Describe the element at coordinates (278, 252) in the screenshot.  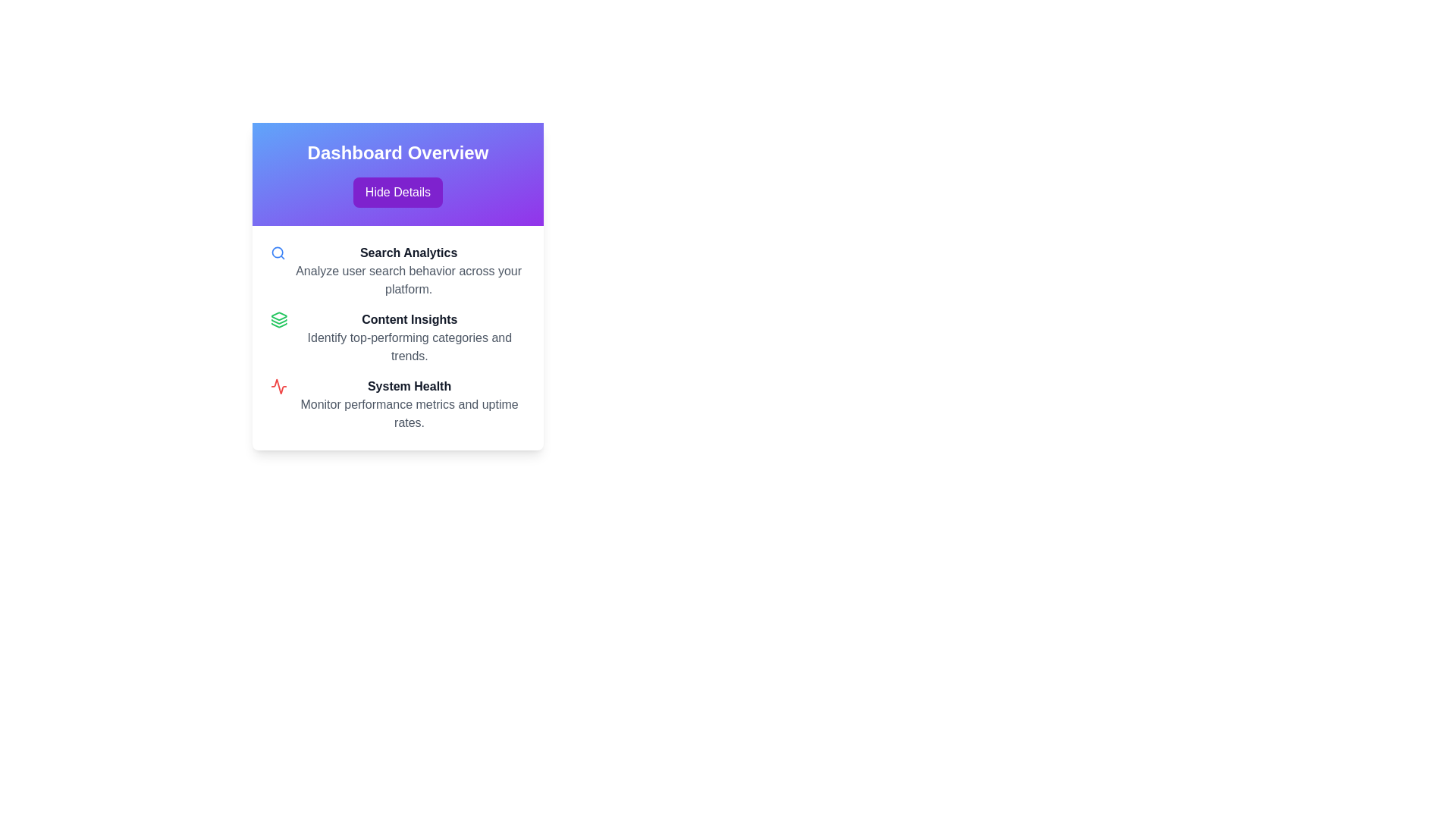
I see `the circular glass portion of the magnifying glass icon, which visually represents the lens section of the search icon` at that location.